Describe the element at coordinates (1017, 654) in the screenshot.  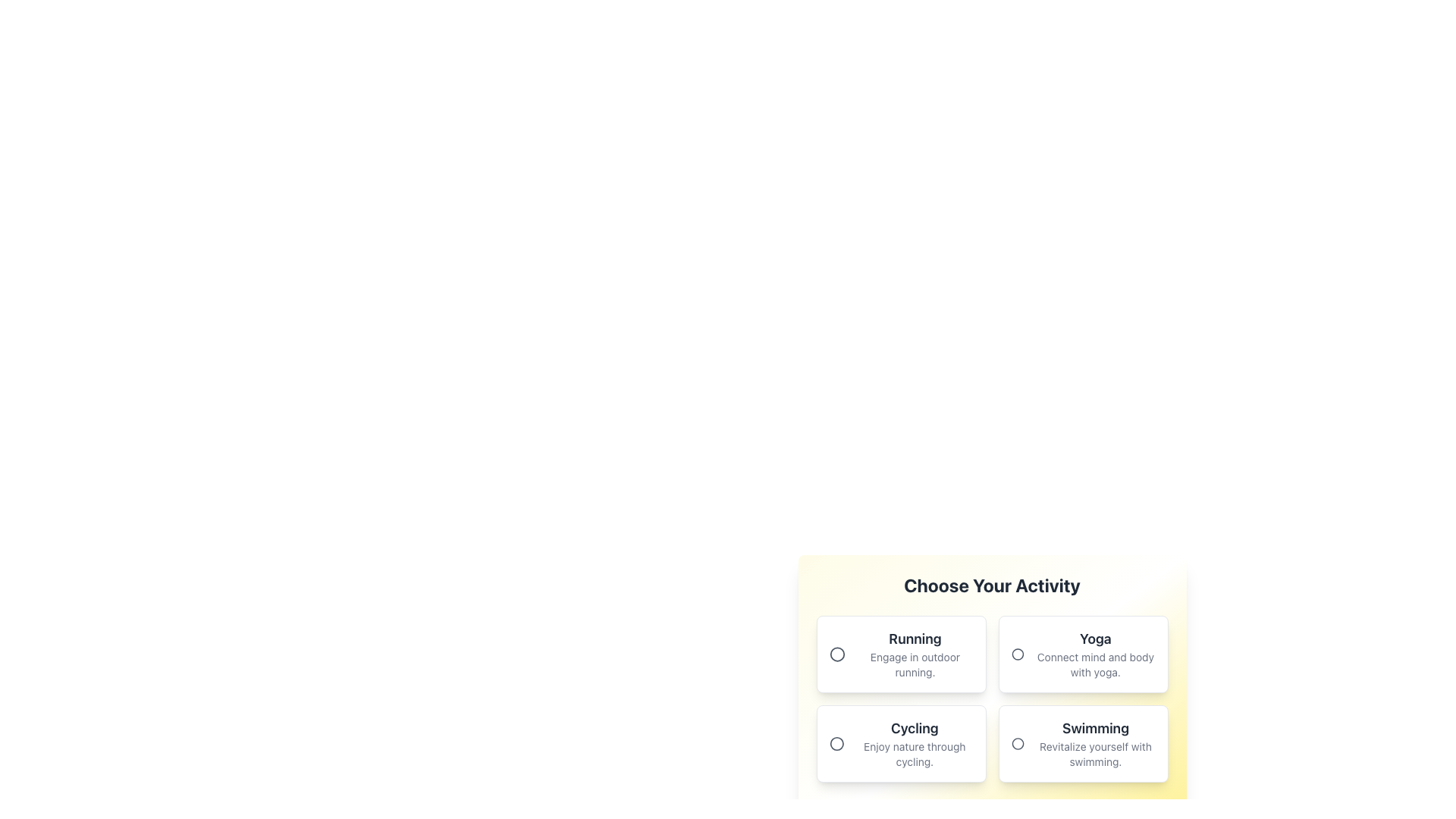
I see `the decorative Yoga icon located in the top-right card of the 'Choose Your Activity' section` at that location.